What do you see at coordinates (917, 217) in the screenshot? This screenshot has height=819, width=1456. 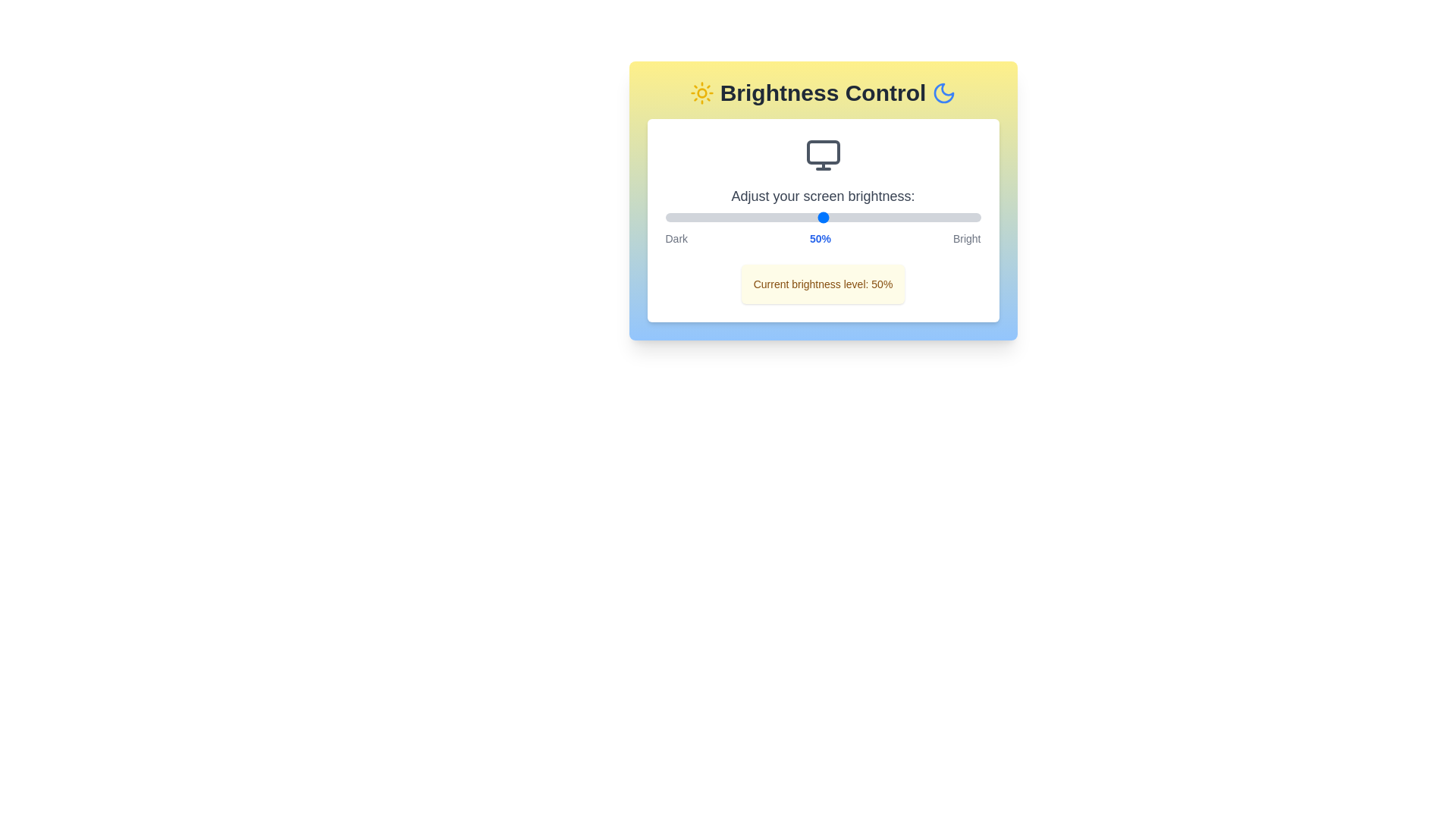 I see `the brightness to 80% by interacting with the slider` at bounding box center [917, 217].